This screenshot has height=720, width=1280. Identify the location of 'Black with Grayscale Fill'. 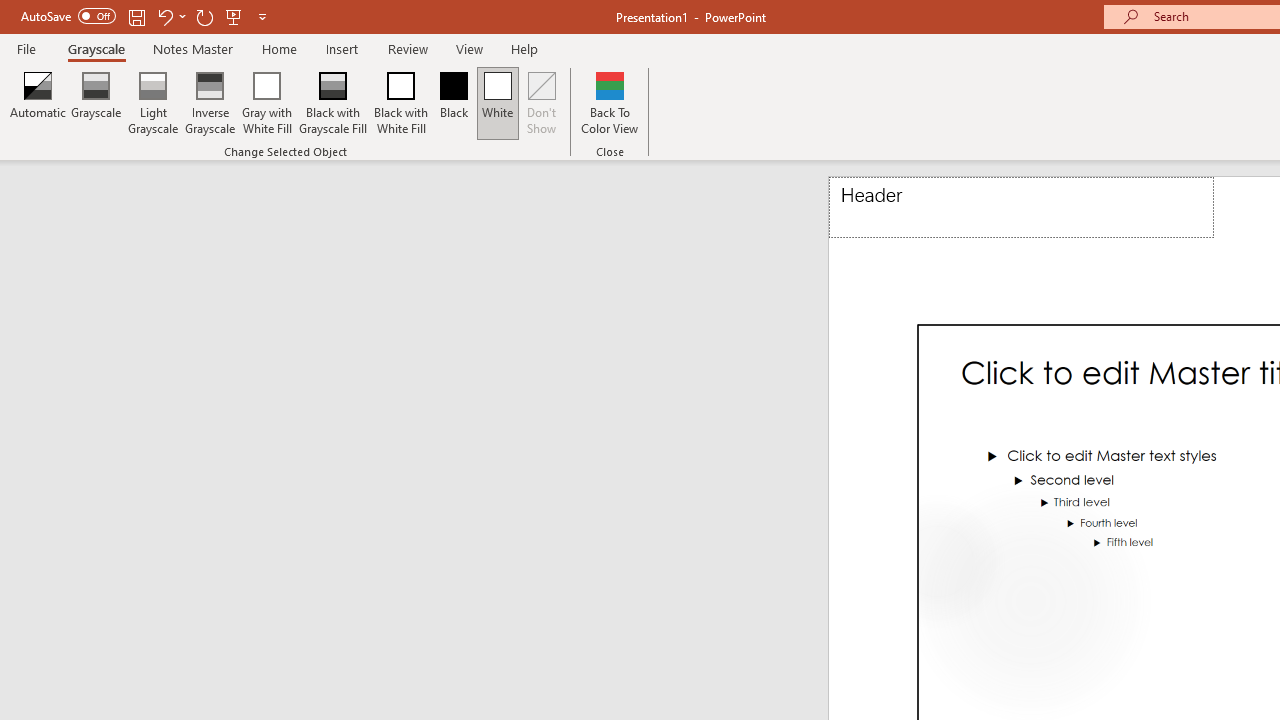
(333, 103).